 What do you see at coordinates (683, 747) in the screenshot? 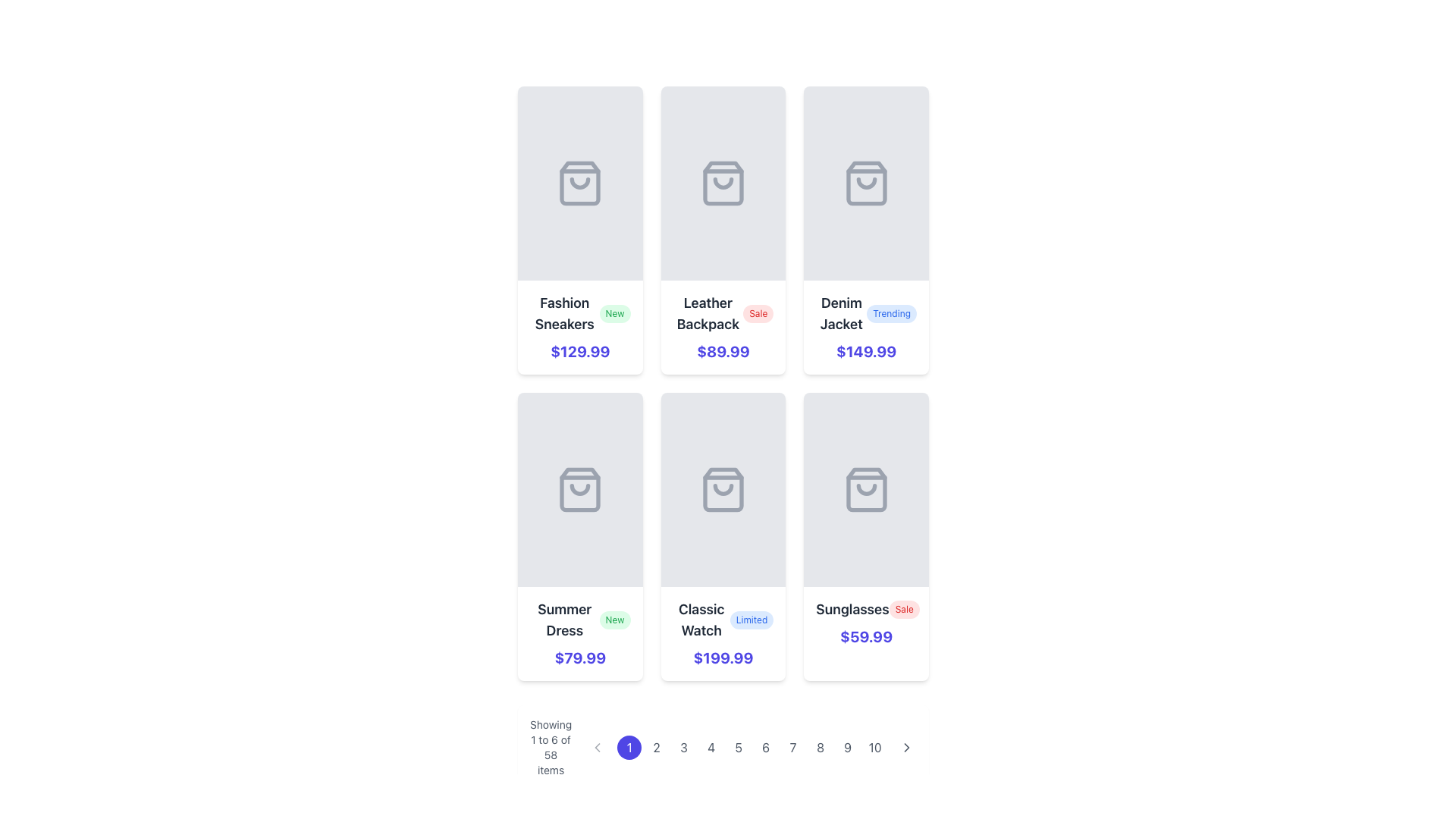
I see `the circular button labeled '3'` at bounding box center [683, 747].